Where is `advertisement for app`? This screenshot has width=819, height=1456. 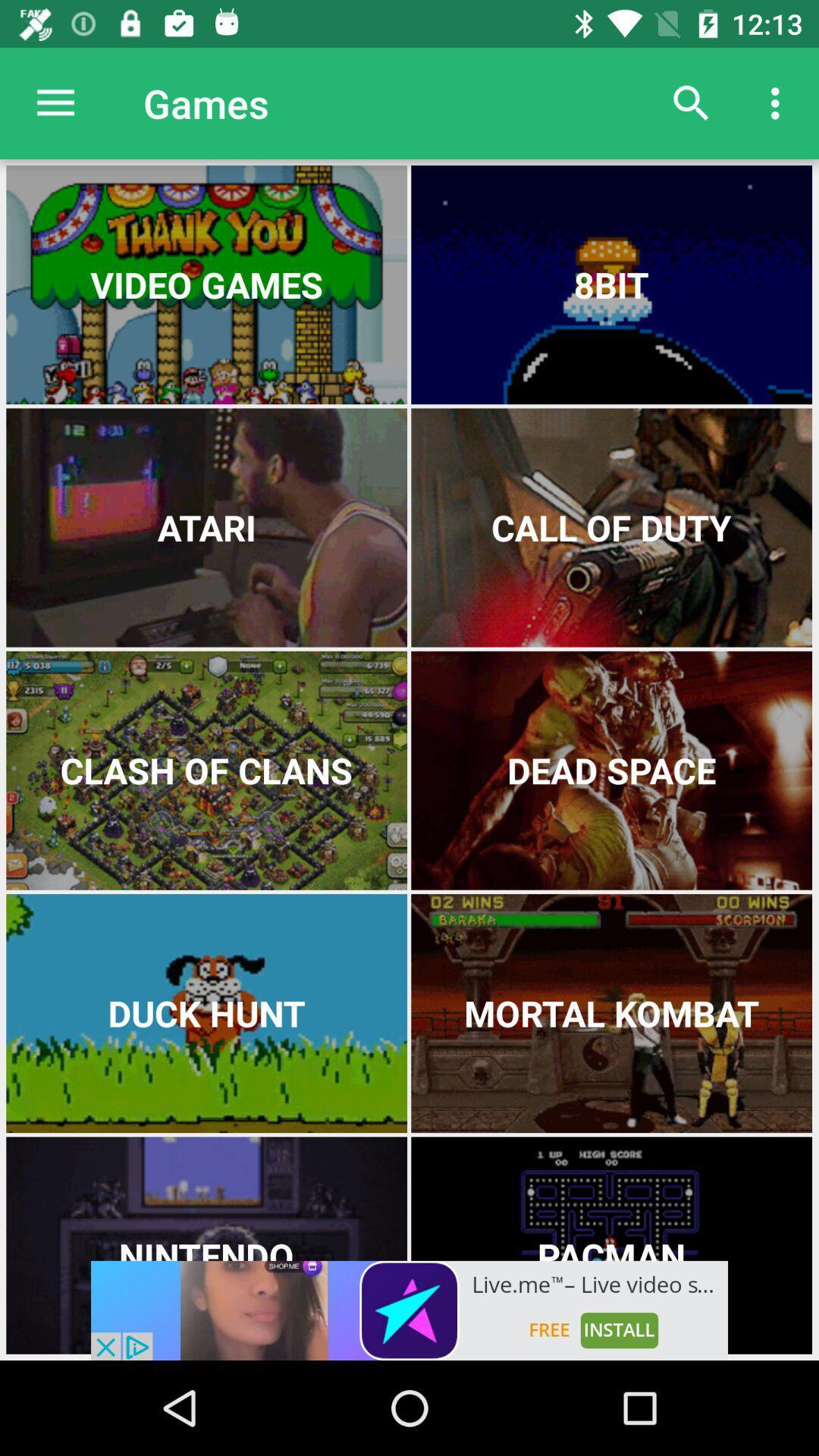 advertisement for app is located at coordinates (409, 1310).